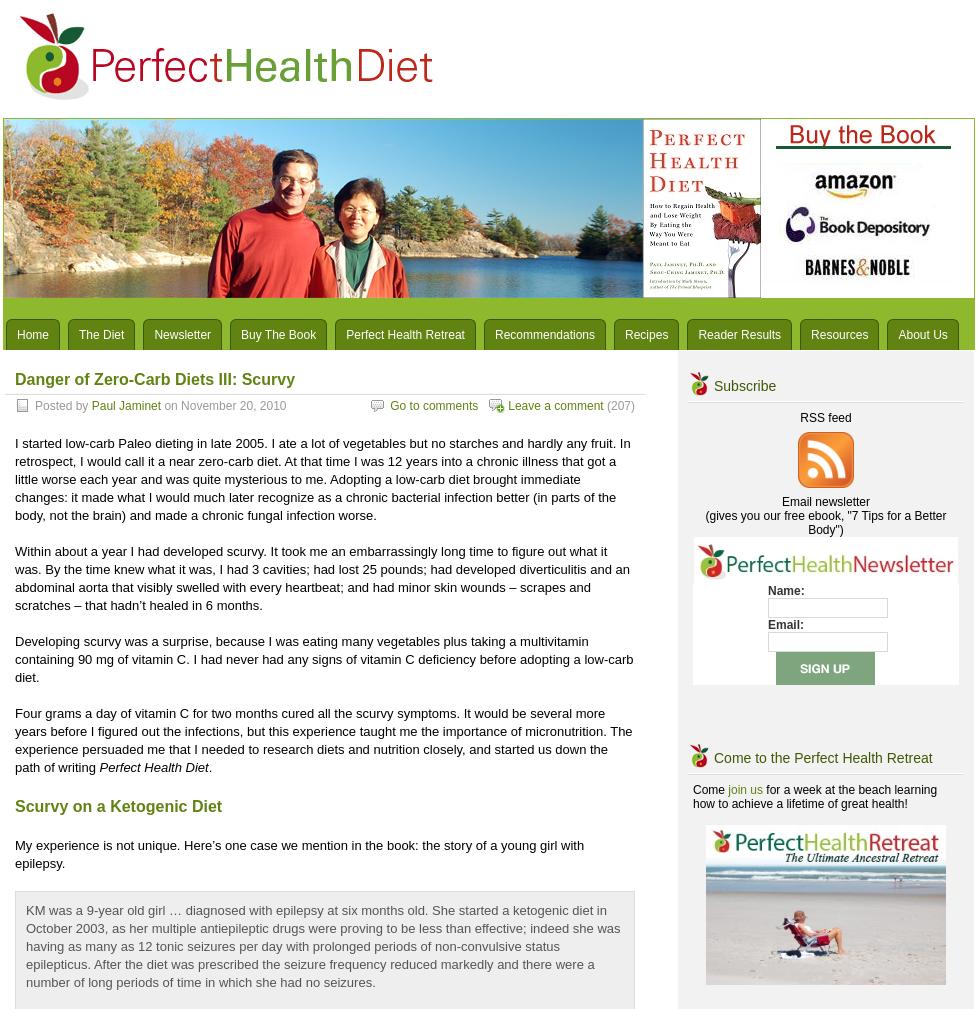 Image resolution: width=980 pixels, height=1009 pixels. I want to click on 'Perfect Health Diet', so click(153, 767).